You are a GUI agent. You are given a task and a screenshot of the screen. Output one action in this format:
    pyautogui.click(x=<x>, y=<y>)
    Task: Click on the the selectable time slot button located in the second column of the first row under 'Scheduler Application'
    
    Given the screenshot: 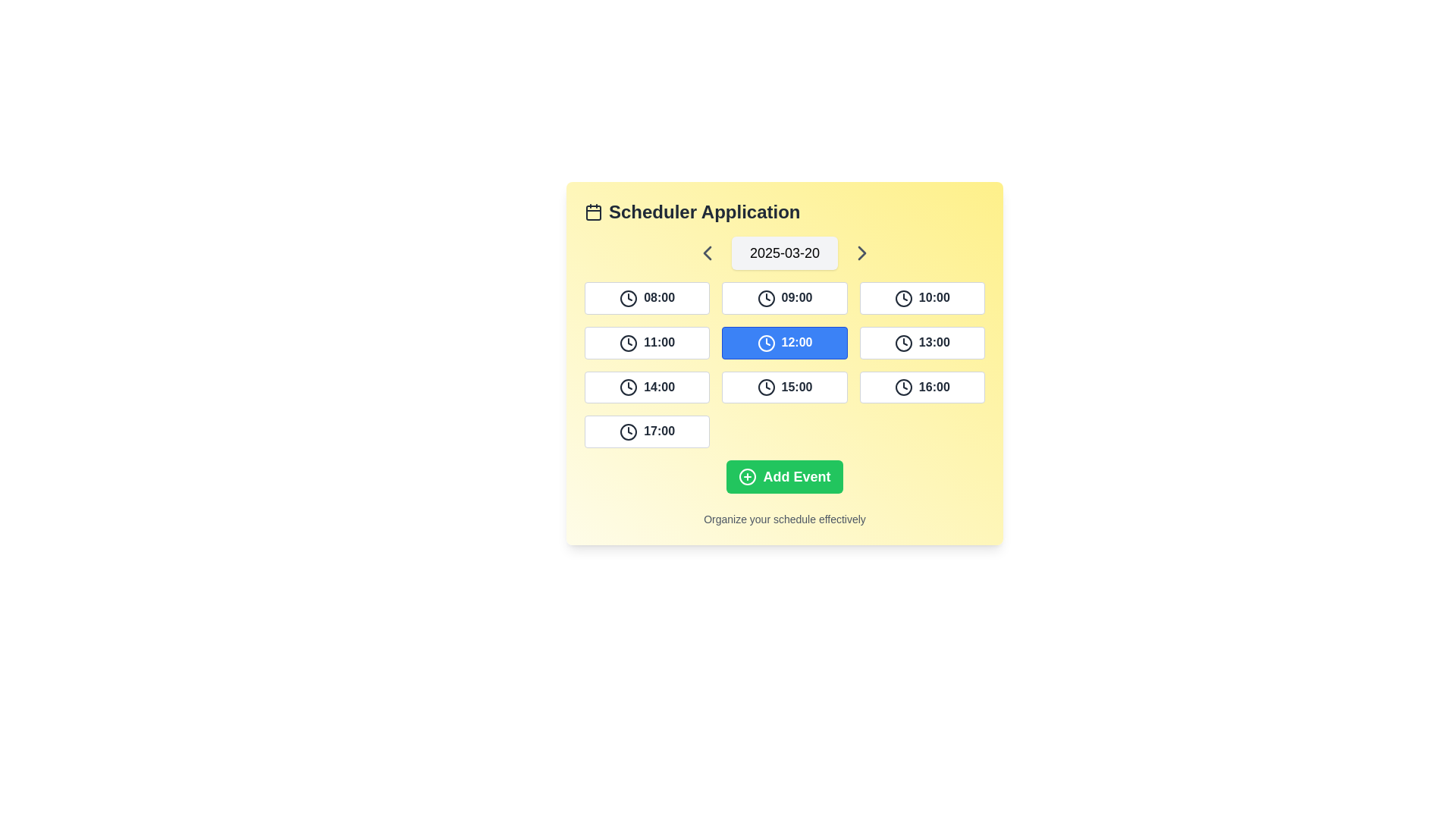 What is the action you would take?
    pyautogui.click(x=785, y=298)
    